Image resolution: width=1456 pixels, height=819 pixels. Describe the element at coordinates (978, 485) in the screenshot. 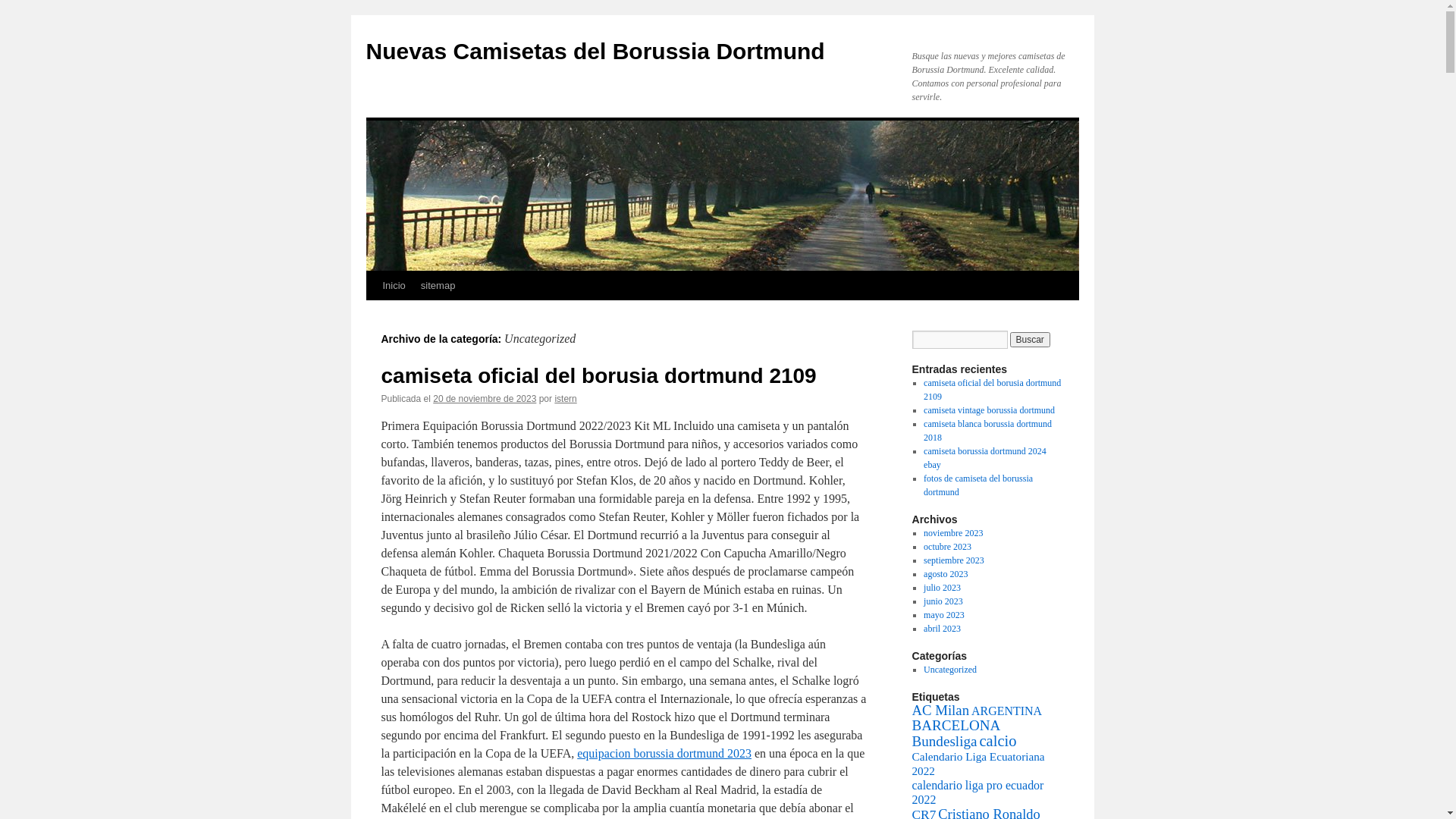

I see `'fotos de camiseta del borussia dortmund'` at that location.